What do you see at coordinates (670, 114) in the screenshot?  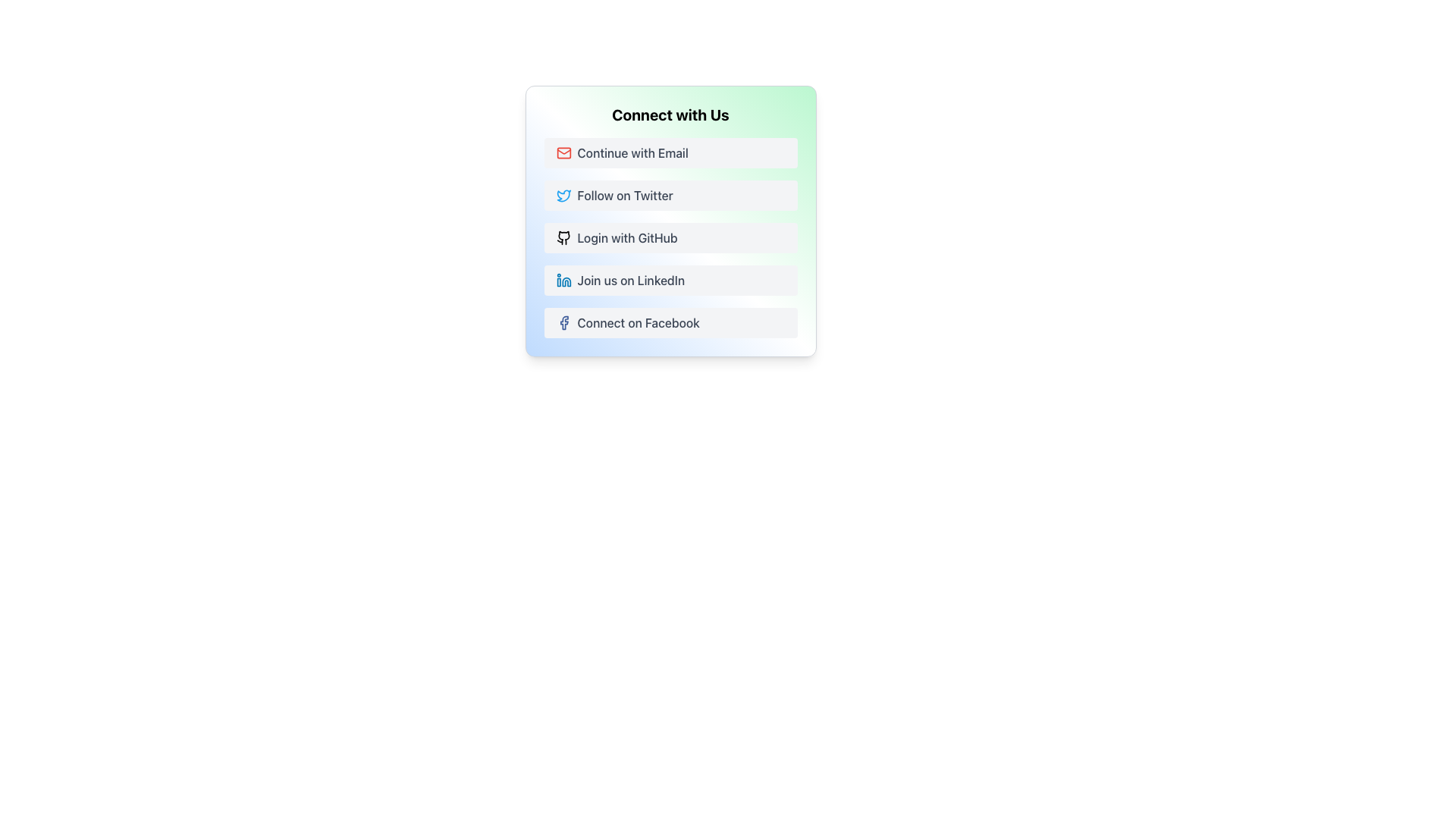 I see `the text header labeled 'Connect with Us', which is styled in bold and large font at the top of the interactive buttons section` at bounding box center [670, 114].